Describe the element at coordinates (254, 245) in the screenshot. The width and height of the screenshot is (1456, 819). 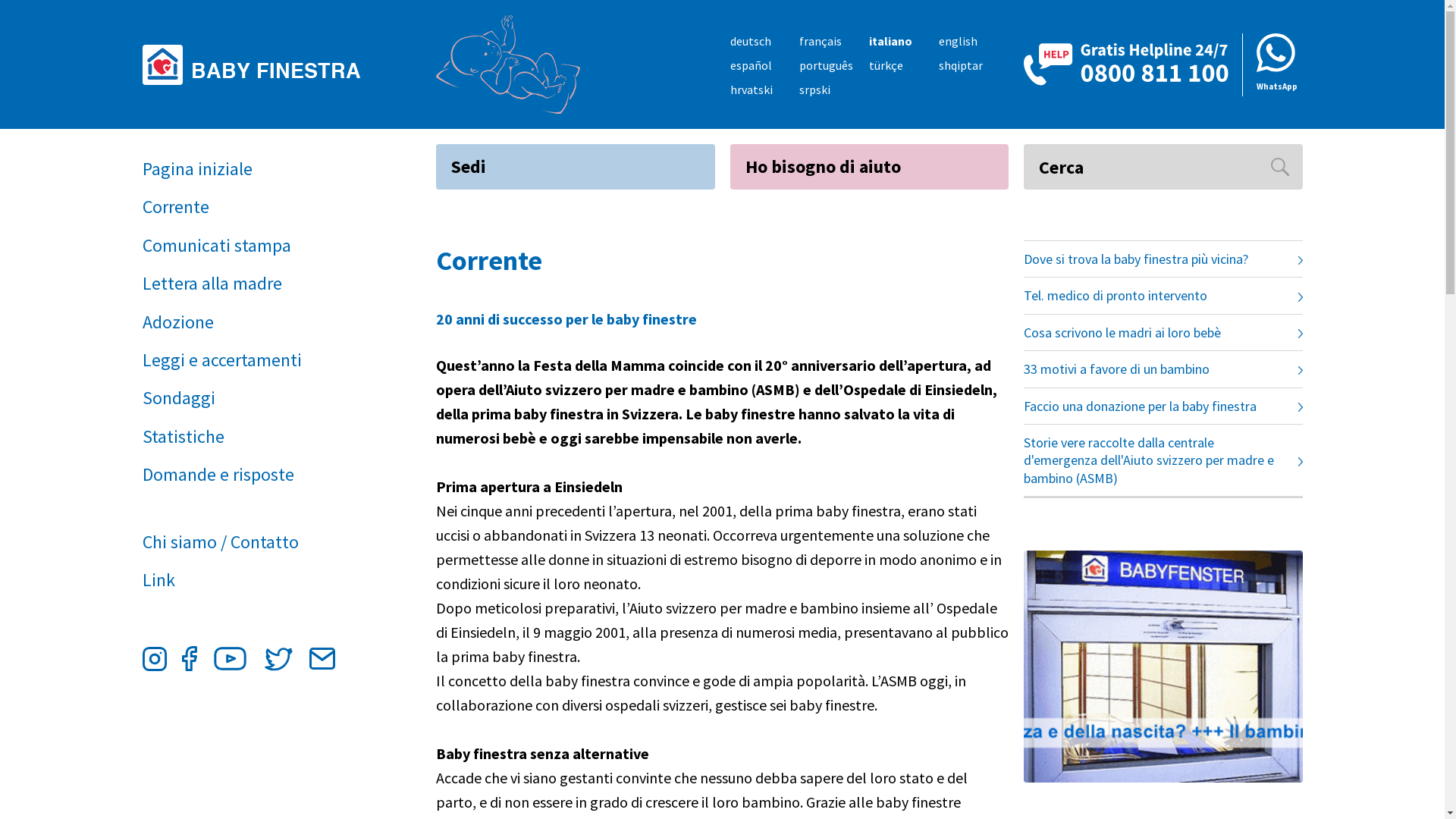
I see `'Comunicati stampa'` at that location.